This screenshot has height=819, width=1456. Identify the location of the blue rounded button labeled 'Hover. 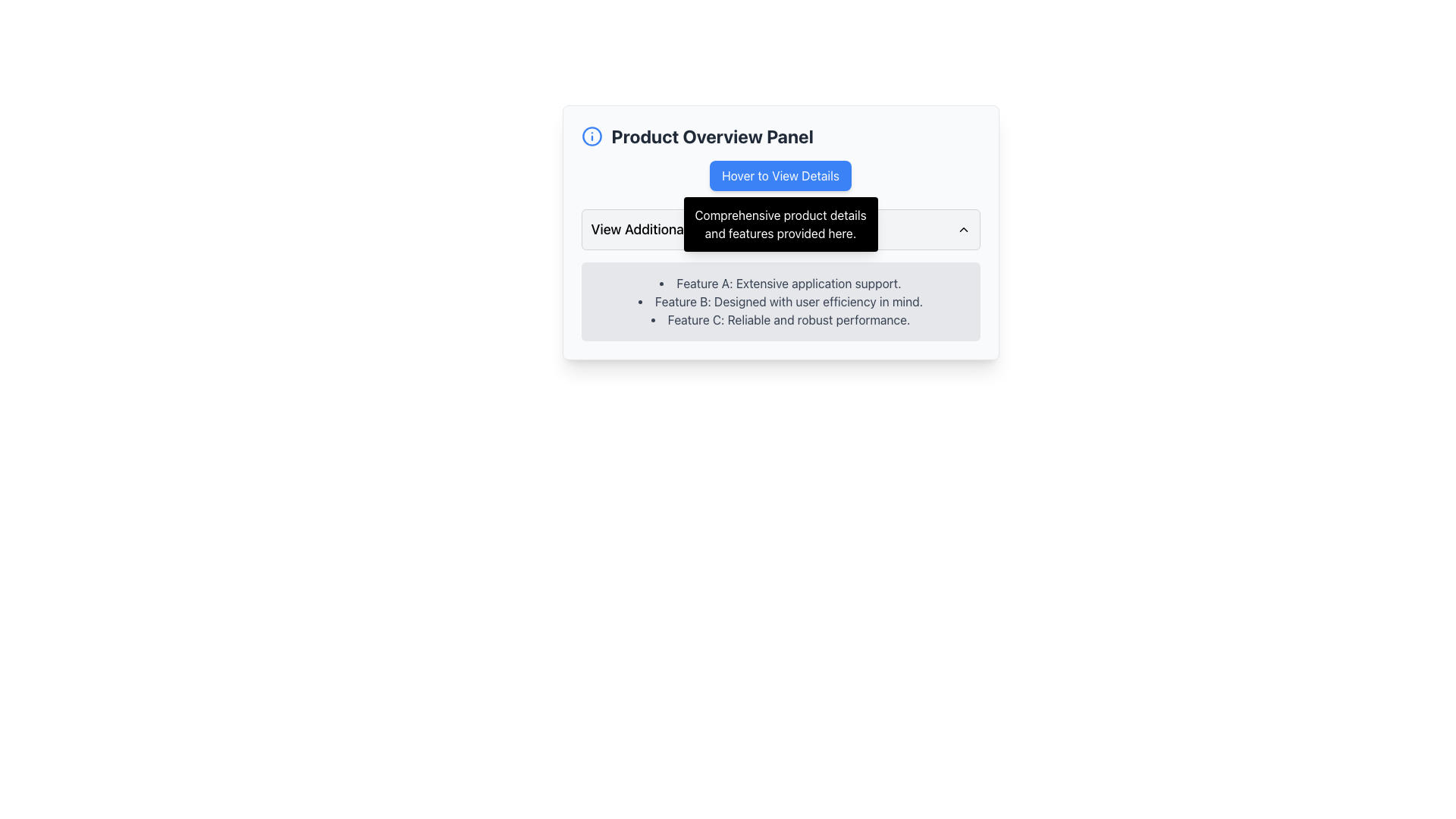
(780, 174).